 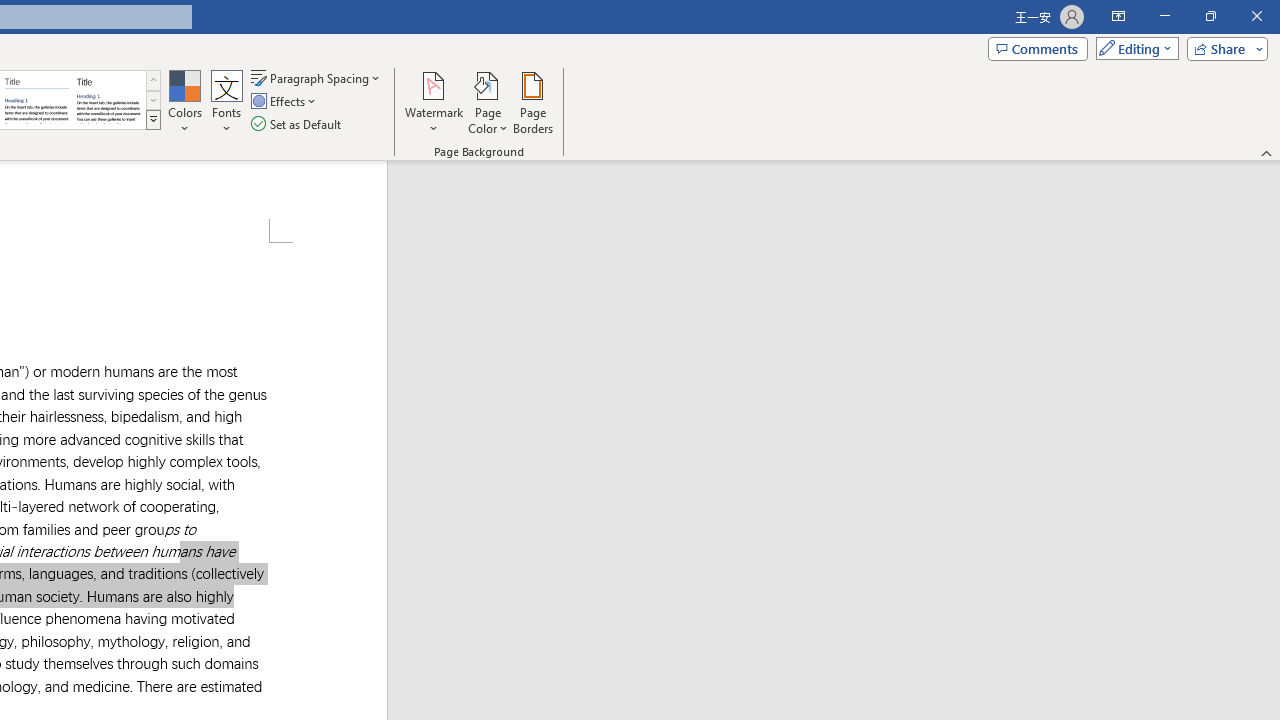 What do you see at coordinates (37, 100) in the screenshot?
I see `'Word 2010'` at bounding box center [37, 100].